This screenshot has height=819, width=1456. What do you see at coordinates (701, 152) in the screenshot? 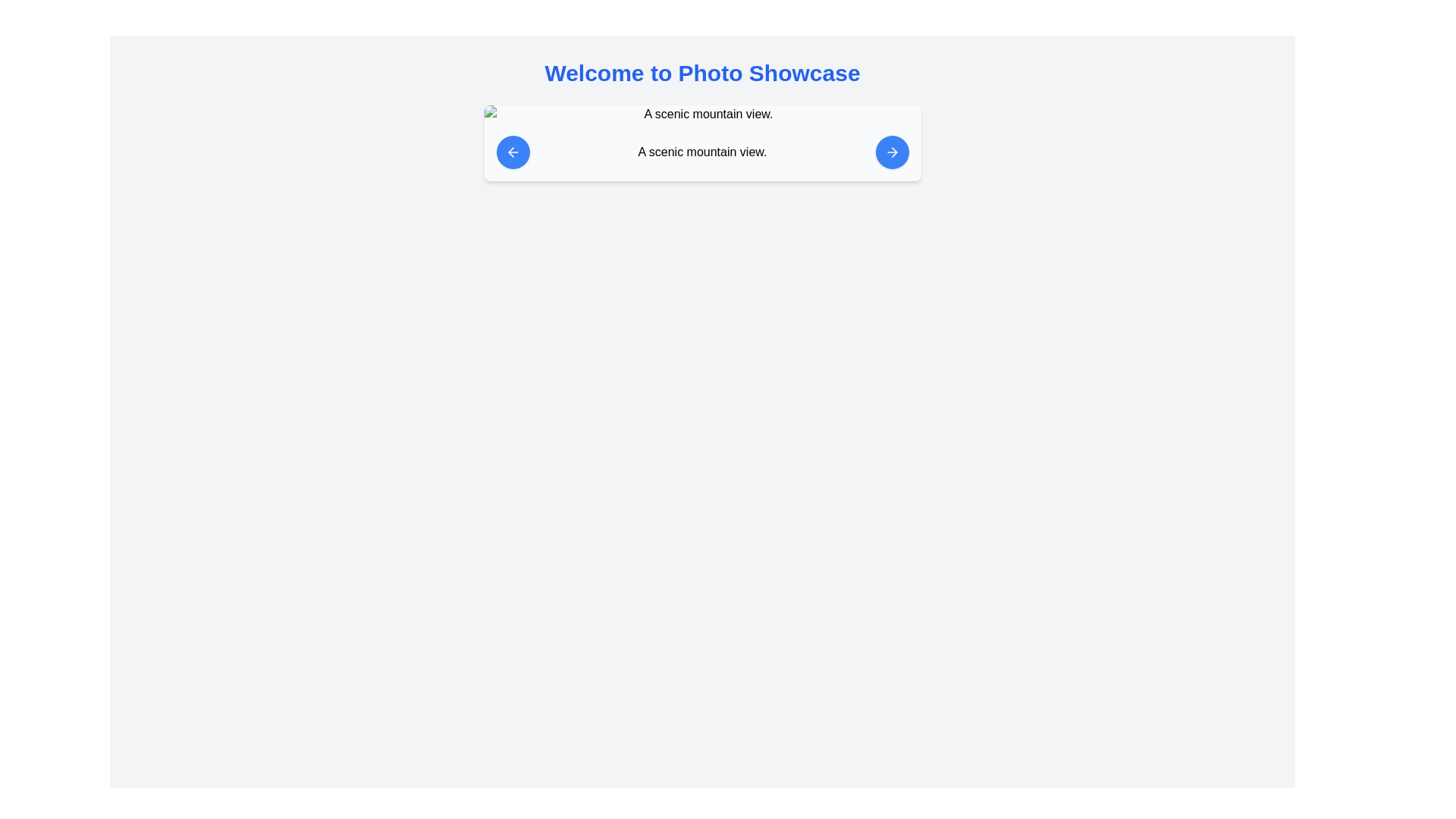
I see `the static text label that provides information about the adjacent image, centrally aligned between the left and right blue arrows` at bounding box center [701, 152].